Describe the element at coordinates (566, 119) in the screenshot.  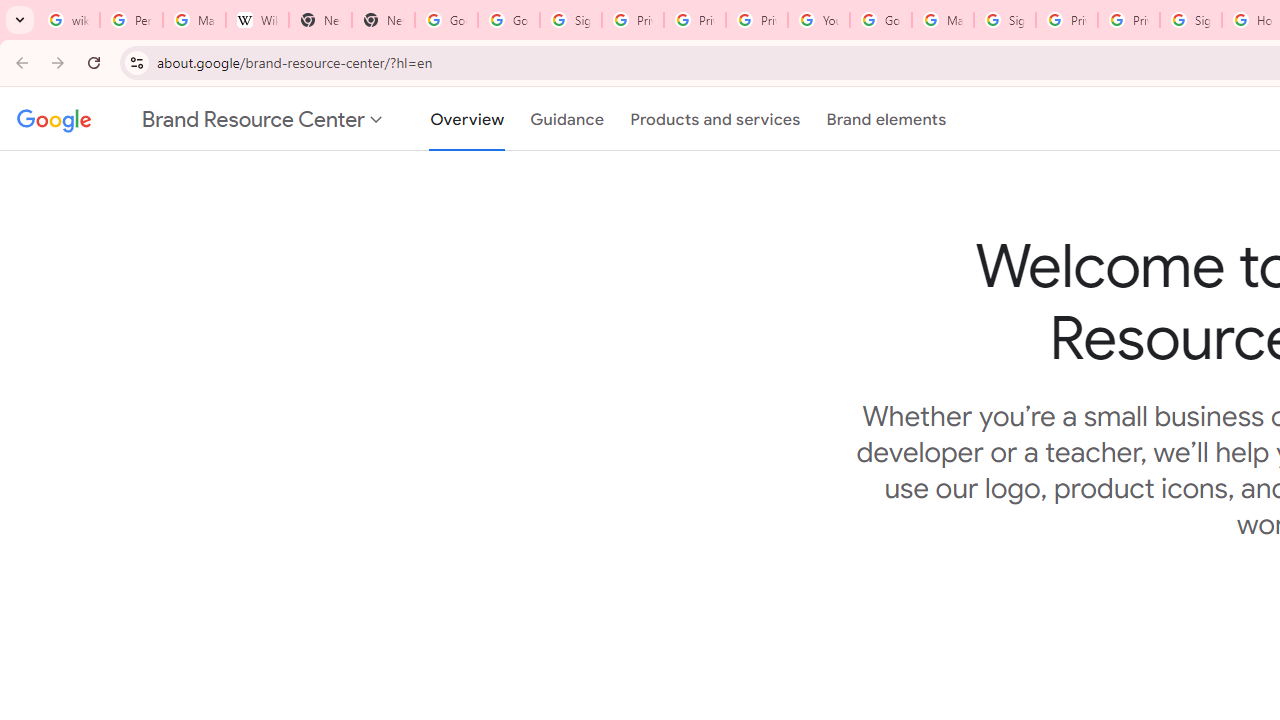
I see `'Guidance'` at that location.